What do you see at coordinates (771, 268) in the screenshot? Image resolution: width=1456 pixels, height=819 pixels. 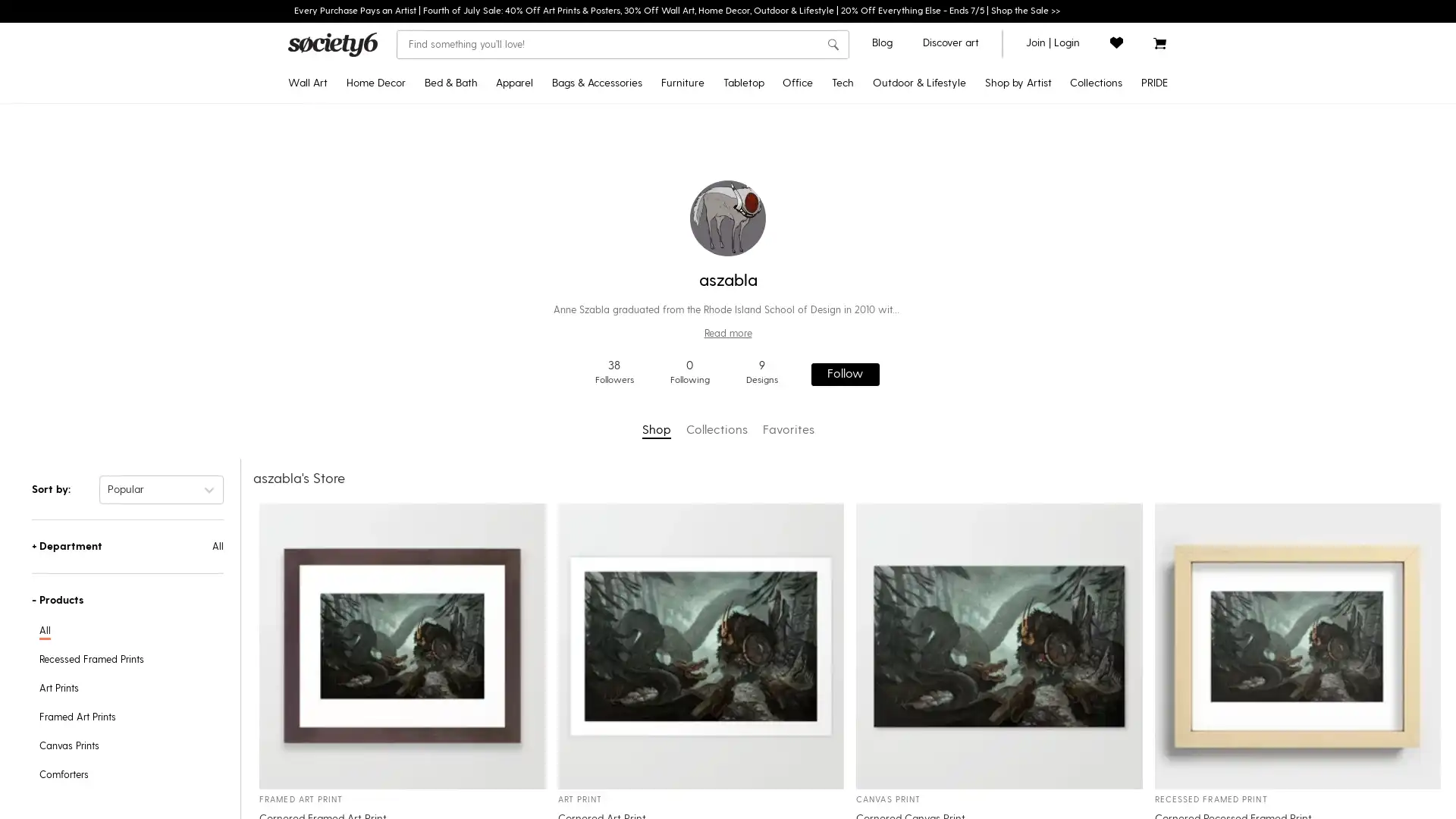 I see `Water Bottles` at bounding box center [771, 268].